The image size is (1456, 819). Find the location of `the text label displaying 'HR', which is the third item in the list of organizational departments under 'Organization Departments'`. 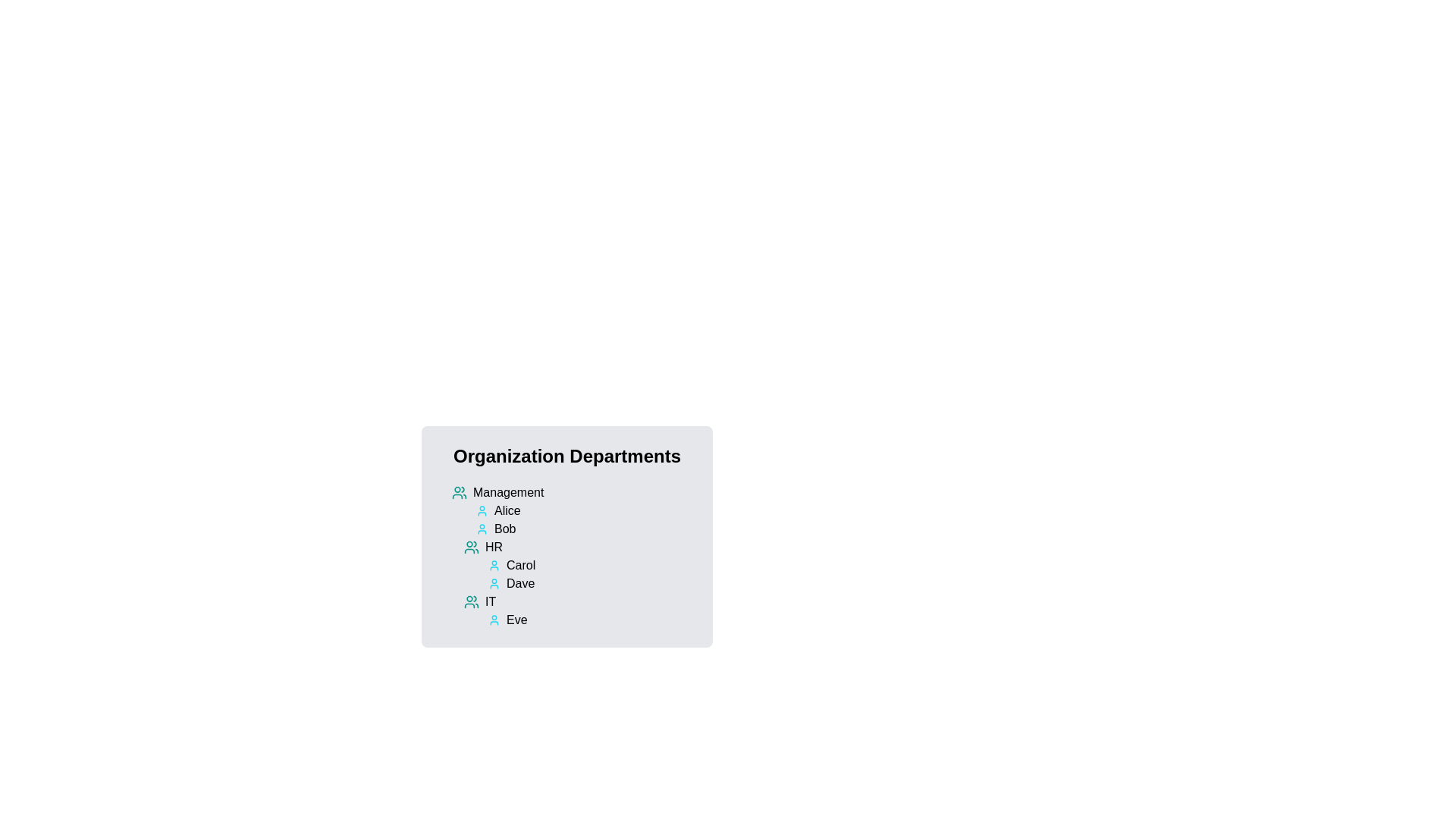

the text label displaying 'HR', which is the third item in the list of organizational departments under 'Organization Departments' is located at coordinates (494, 547).